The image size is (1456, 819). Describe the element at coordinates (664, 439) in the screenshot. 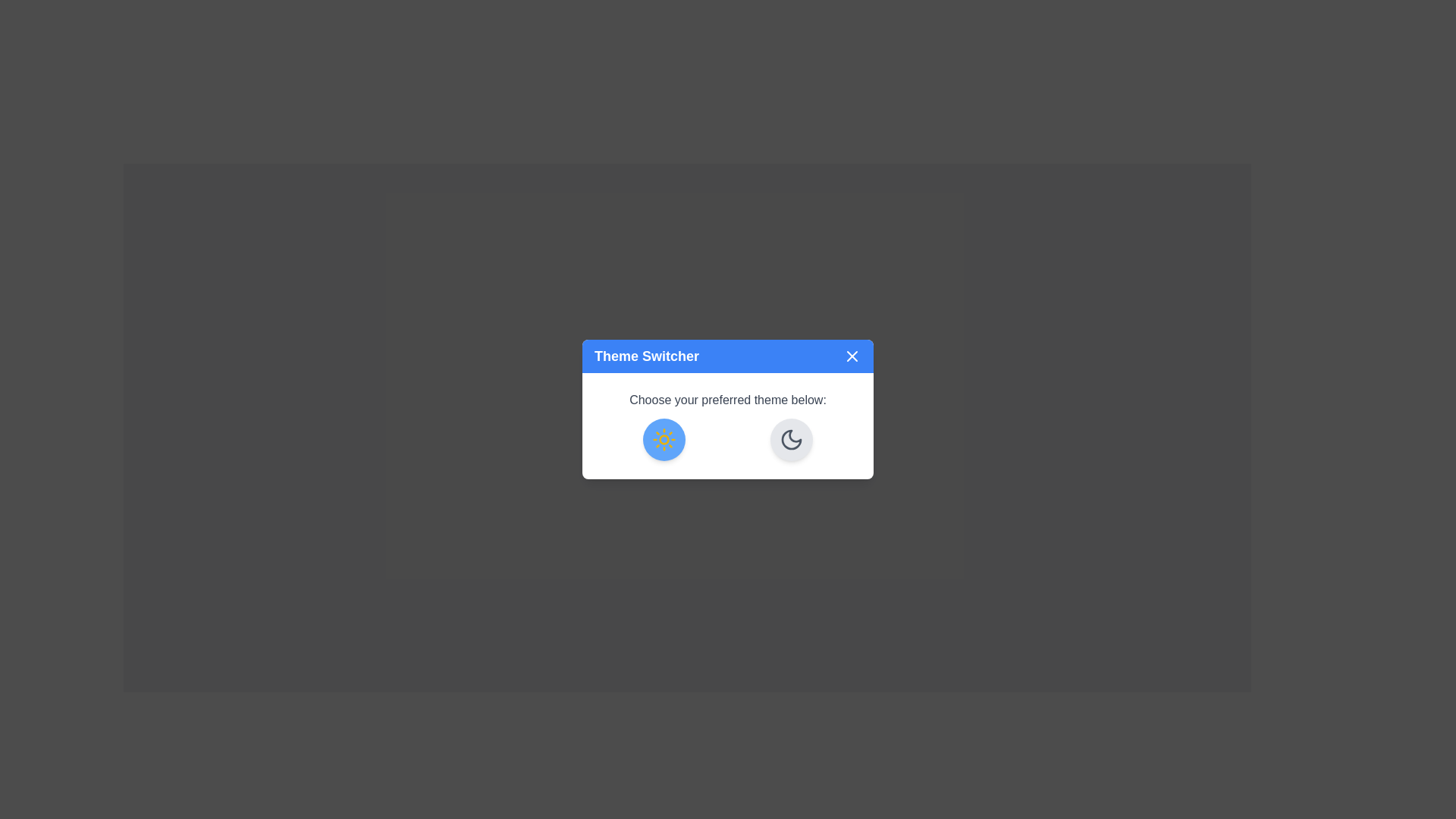

I see `the sun icon representing the light theme selector inside the button` at that location.